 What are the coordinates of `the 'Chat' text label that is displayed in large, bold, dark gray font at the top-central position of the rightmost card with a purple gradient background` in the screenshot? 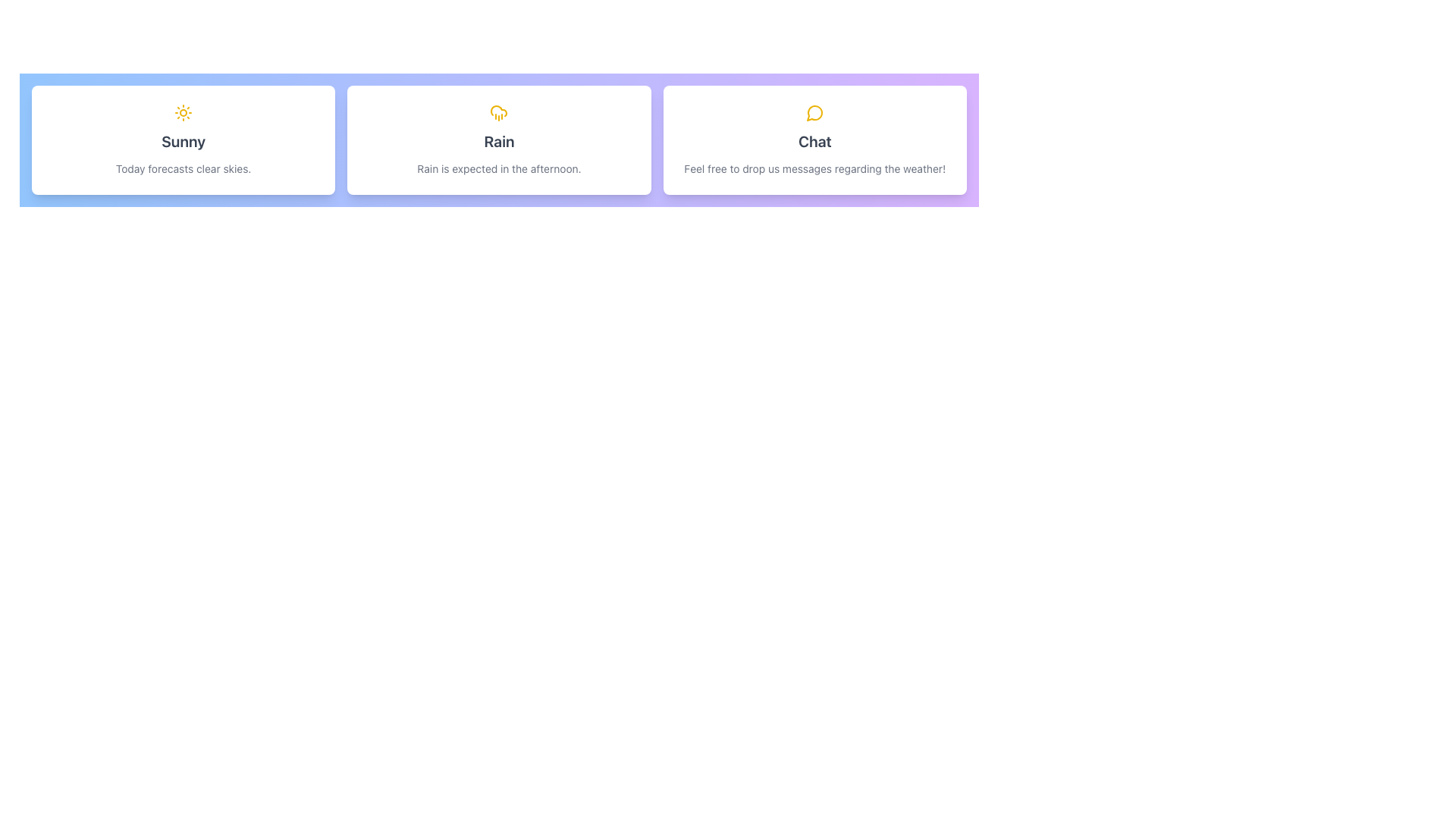 It's located at (814, 141).